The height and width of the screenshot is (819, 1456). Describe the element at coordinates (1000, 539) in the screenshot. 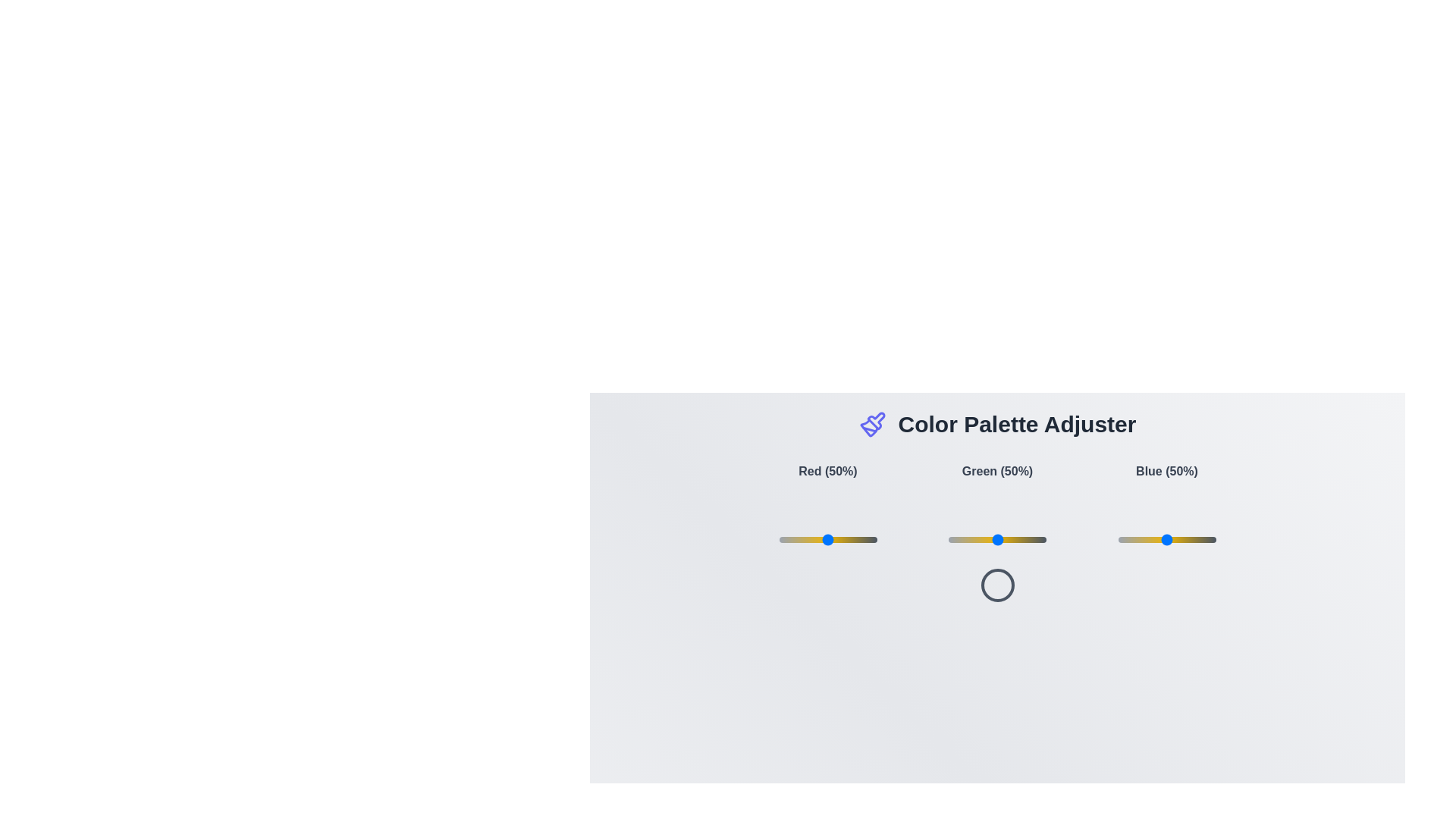

I see `the green slider to 53%` at that location.